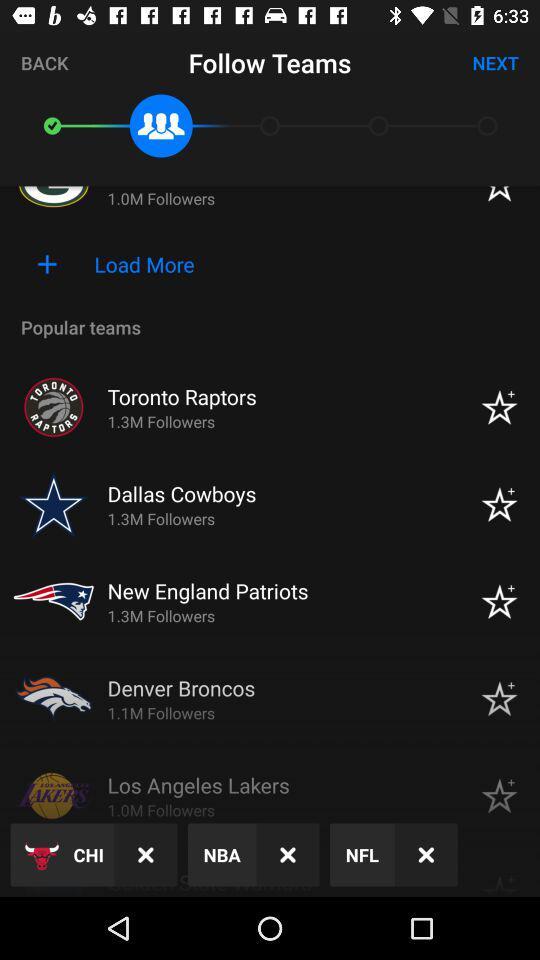 The height and width of the screenshot is (960, 540). What do you see at coordinates (286, 853) in the screenshot?
I see `the close icon` at bounding box center [286, 853].